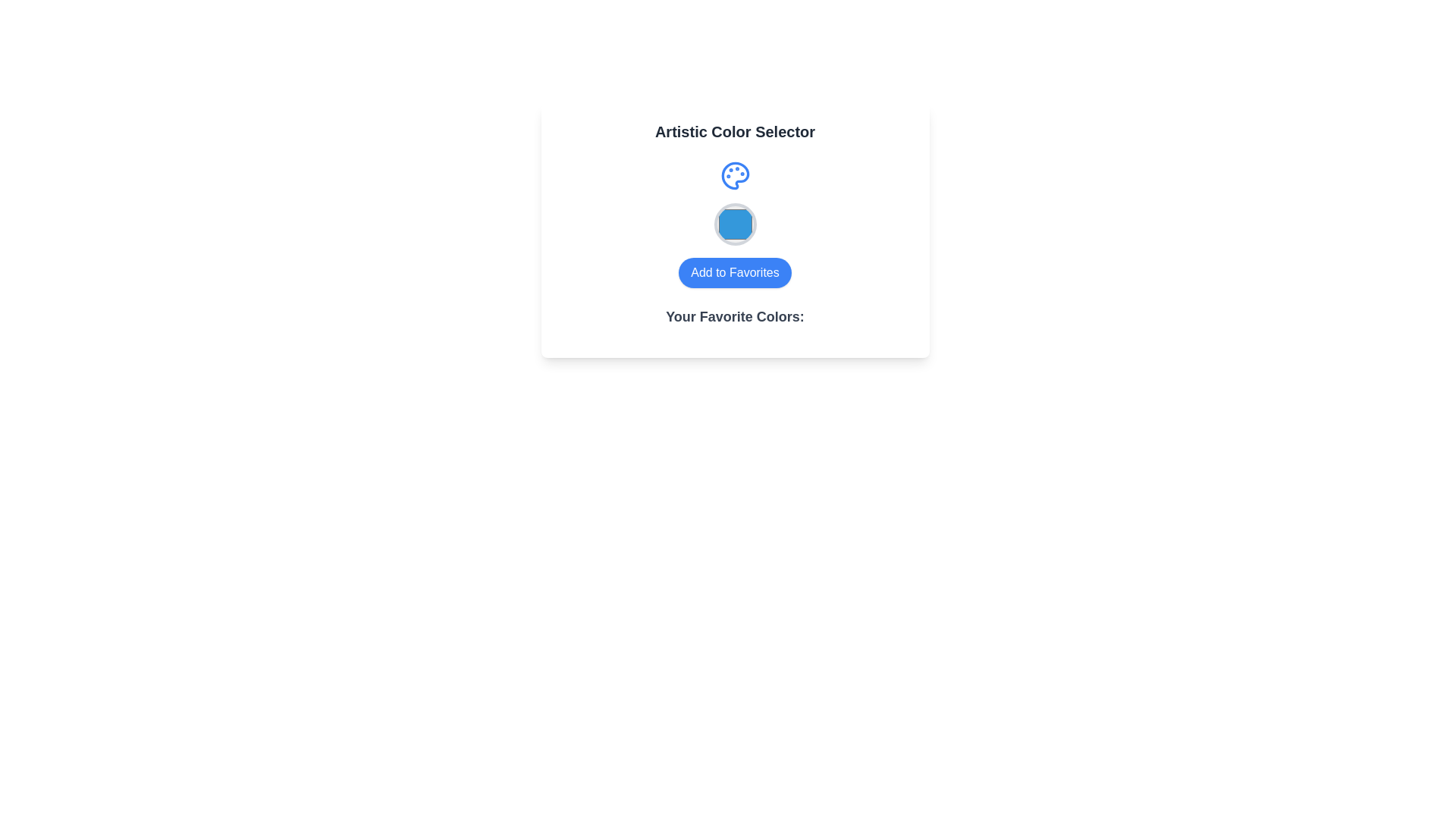  Describe the element at coordinates (735, 224) in the screenshot. I see `the second interactive element in the vertically arranged group, the Color selection button` at that location.